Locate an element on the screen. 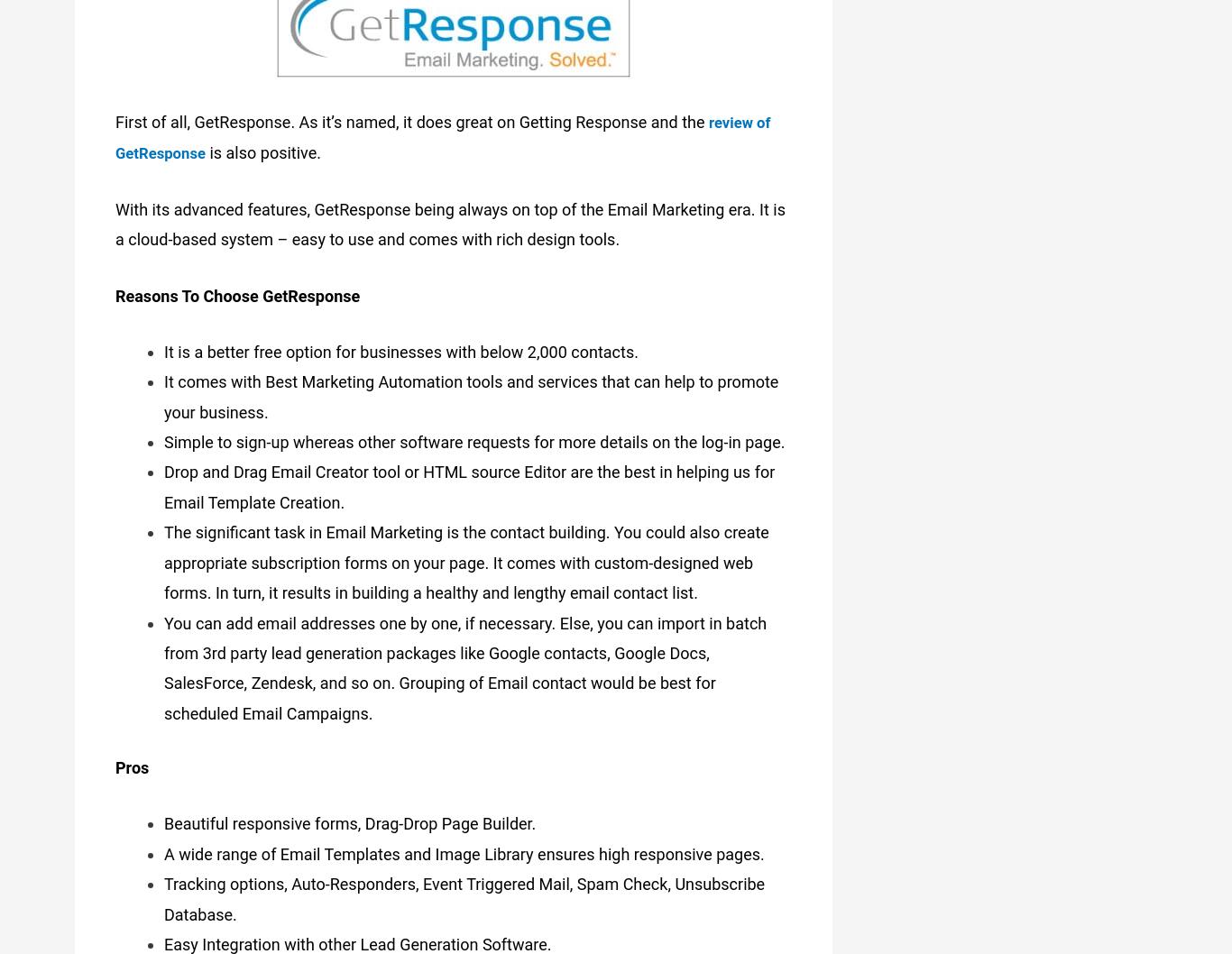 The image size is (1232, 954). 'Drop and Drag Email Creator tool or HTML source Editor are the best in helping us for Email Template Creation.' is located at coordinates (469, 483).